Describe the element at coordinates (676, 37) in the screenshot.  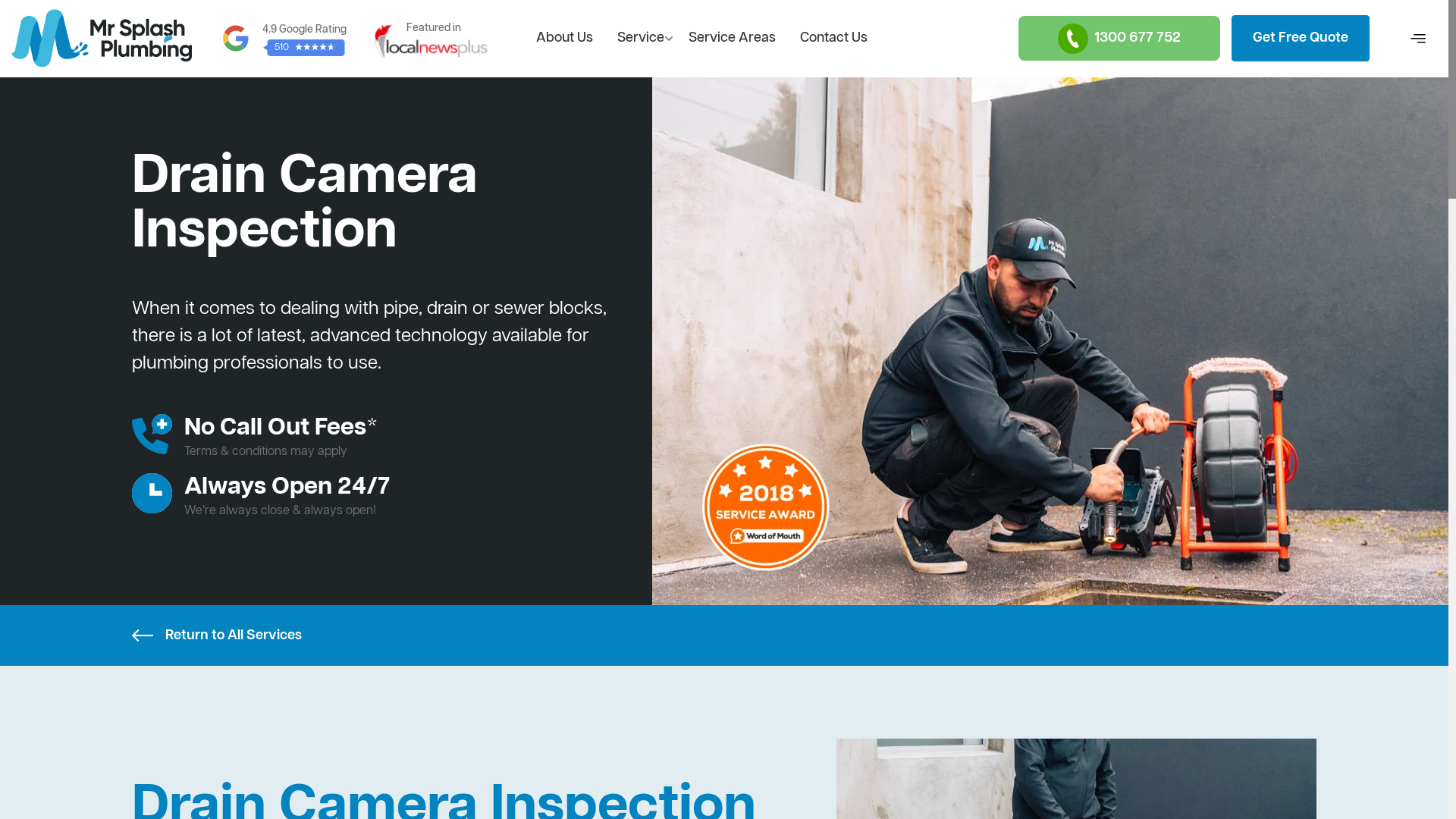
I see `'Service Areas'` at that location.